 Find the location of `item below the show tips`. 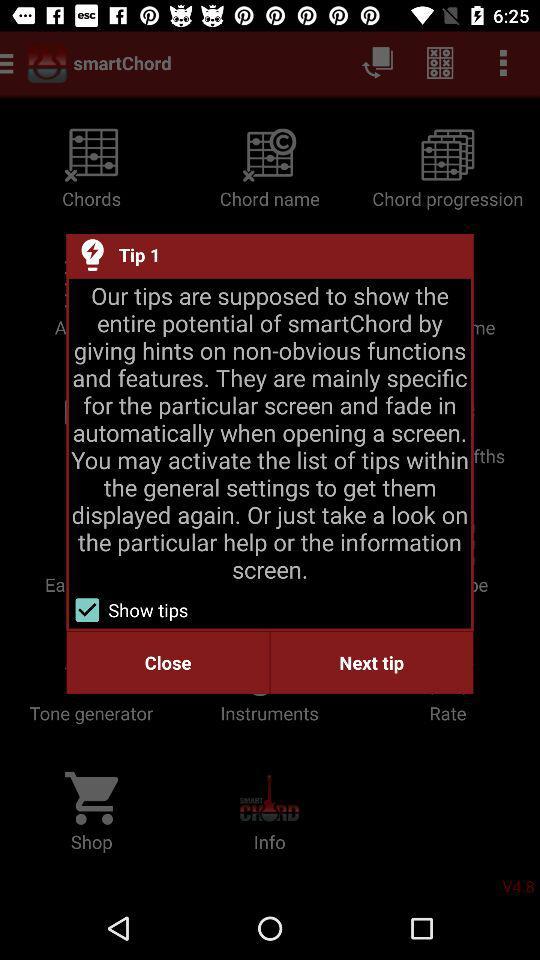

item below the show tips is located at coordinates (167, 662).